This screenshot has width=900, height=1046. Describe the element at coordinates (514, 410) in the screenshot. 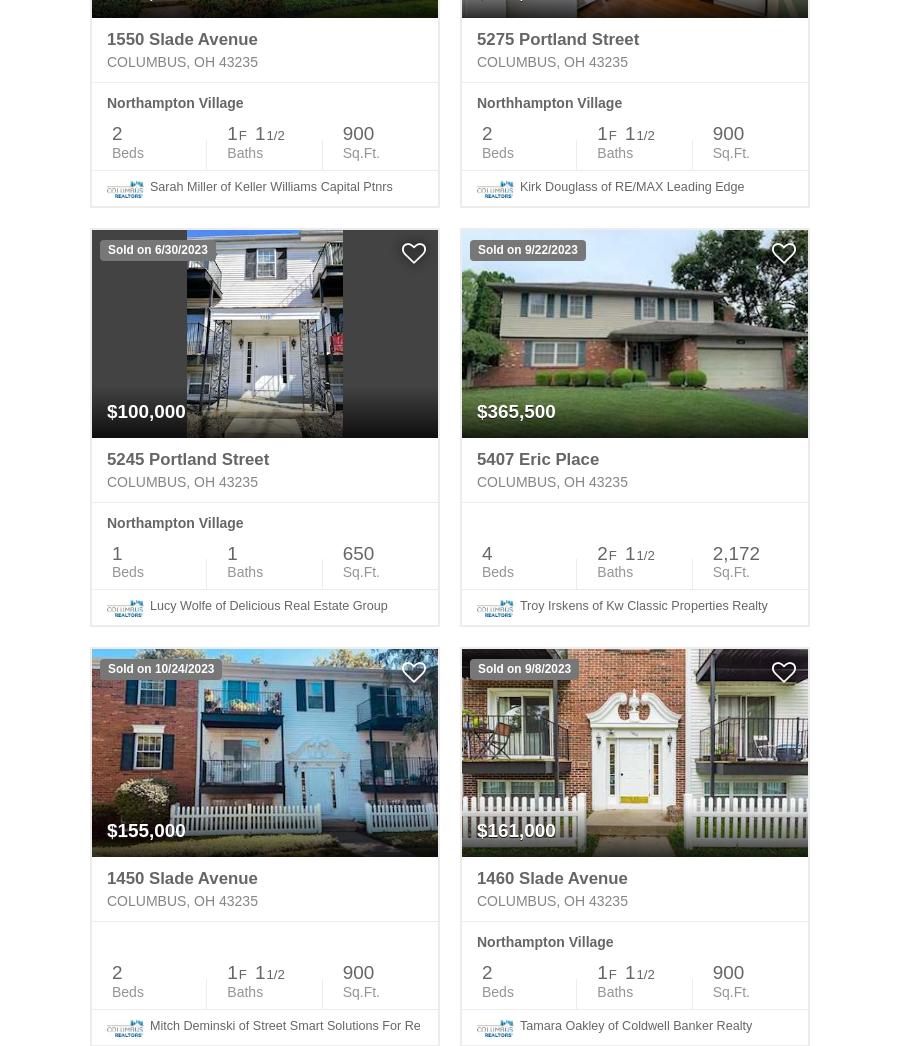

I see `'$365,500'` at that location.